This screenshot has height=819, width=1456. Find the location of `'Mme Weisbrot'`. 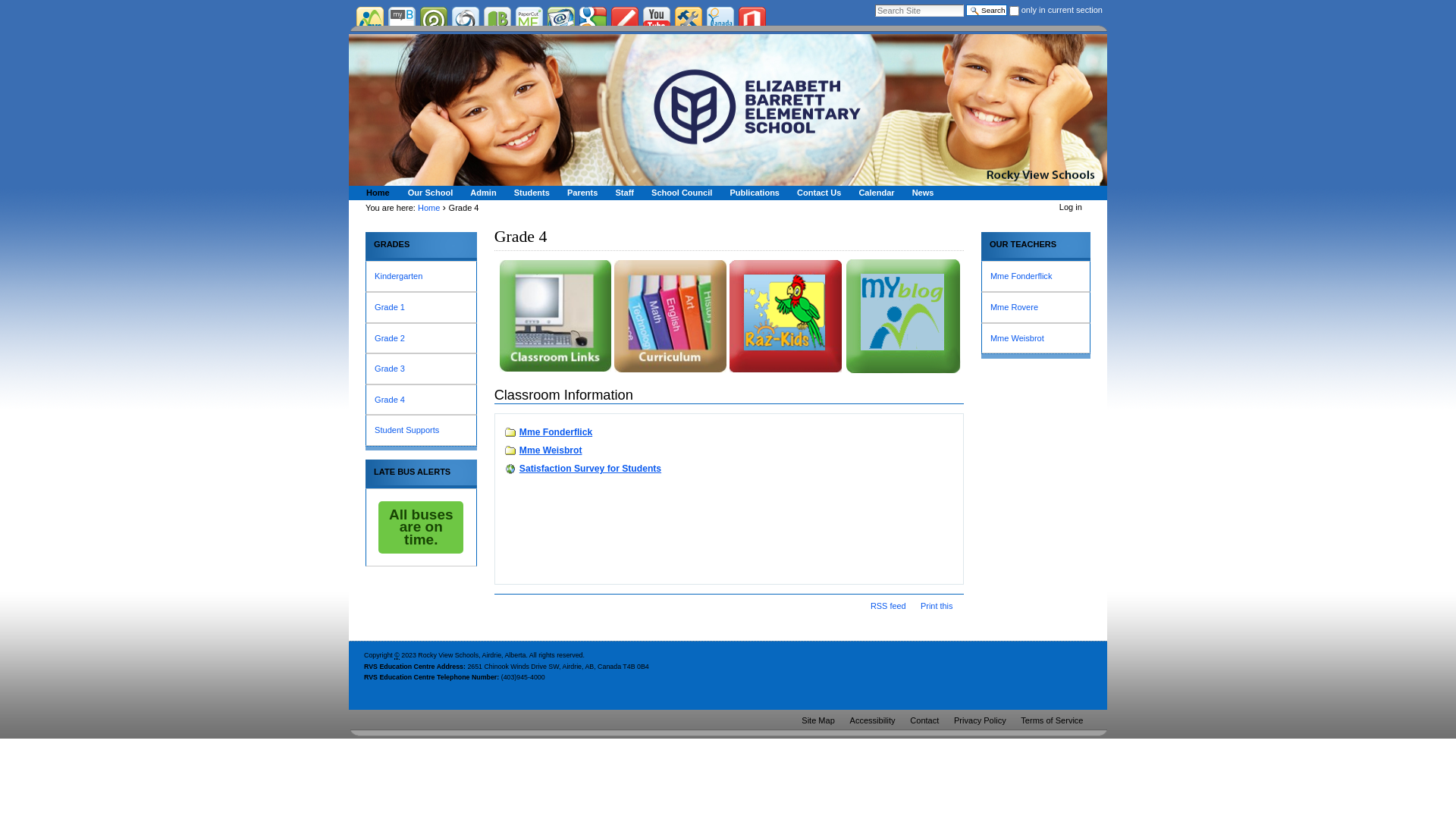

'Mme Weisbrot' is located at coordinates (1035, 337).